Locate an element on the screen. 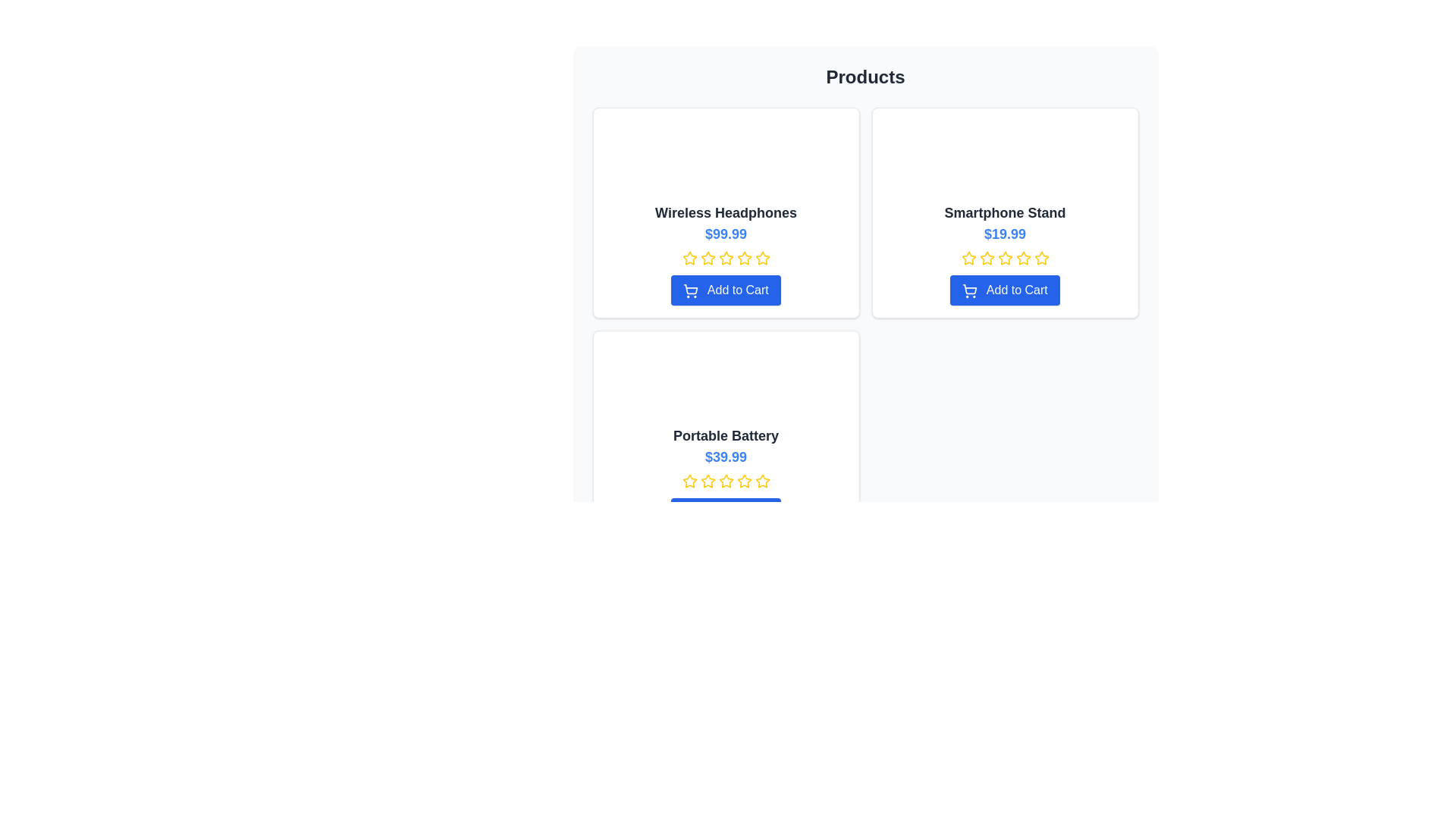 This screenshot has height=819, width=1456. the fifth star icon with a yellow outline, located in the first row under 'Wireless Headphones', to rate it is located at coordinates (762, 257).